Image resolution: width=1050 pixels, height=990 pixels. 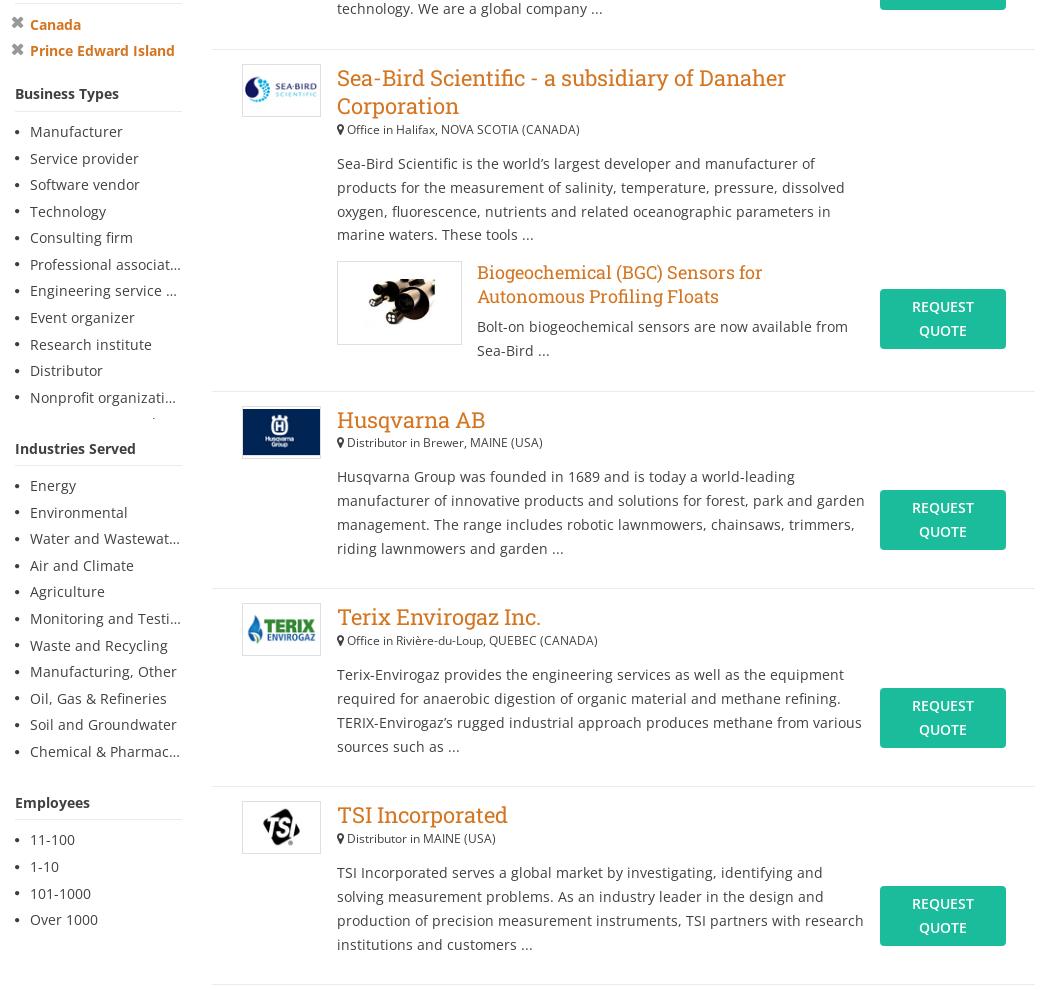 I want to click on 'Environmental Industry Products', so click(x=610, y=601).